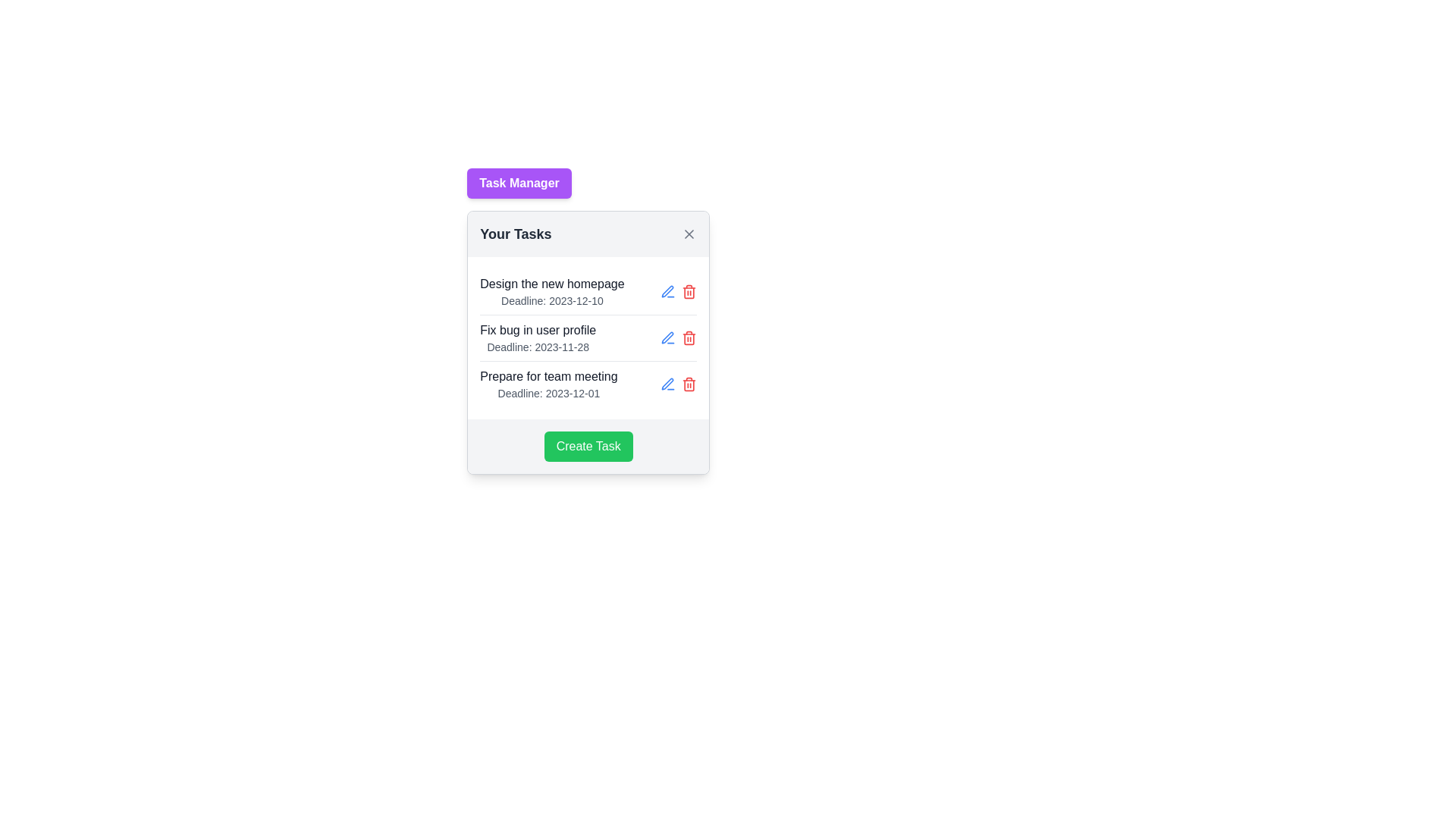  Describe the element at coordinates (538, 329) in the screenshot. I see `the text displaying 'Fix bug in user profile' which is located in the second task entry of the 'Your Tasks' section` at that location.